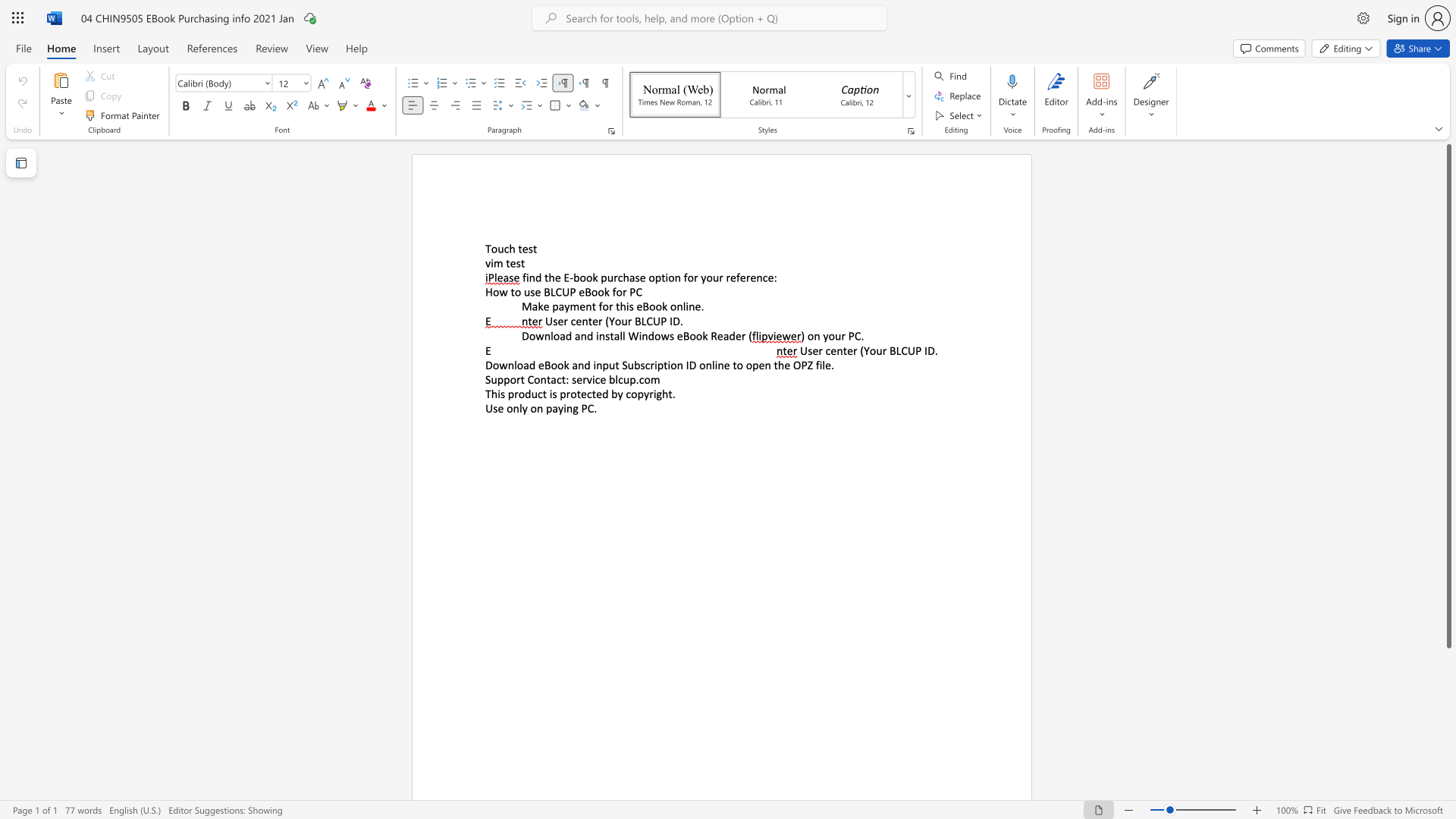 This screenshot has height=819, width=1456. I want to click on the 1th character "W" in the text, so click(633, 335).